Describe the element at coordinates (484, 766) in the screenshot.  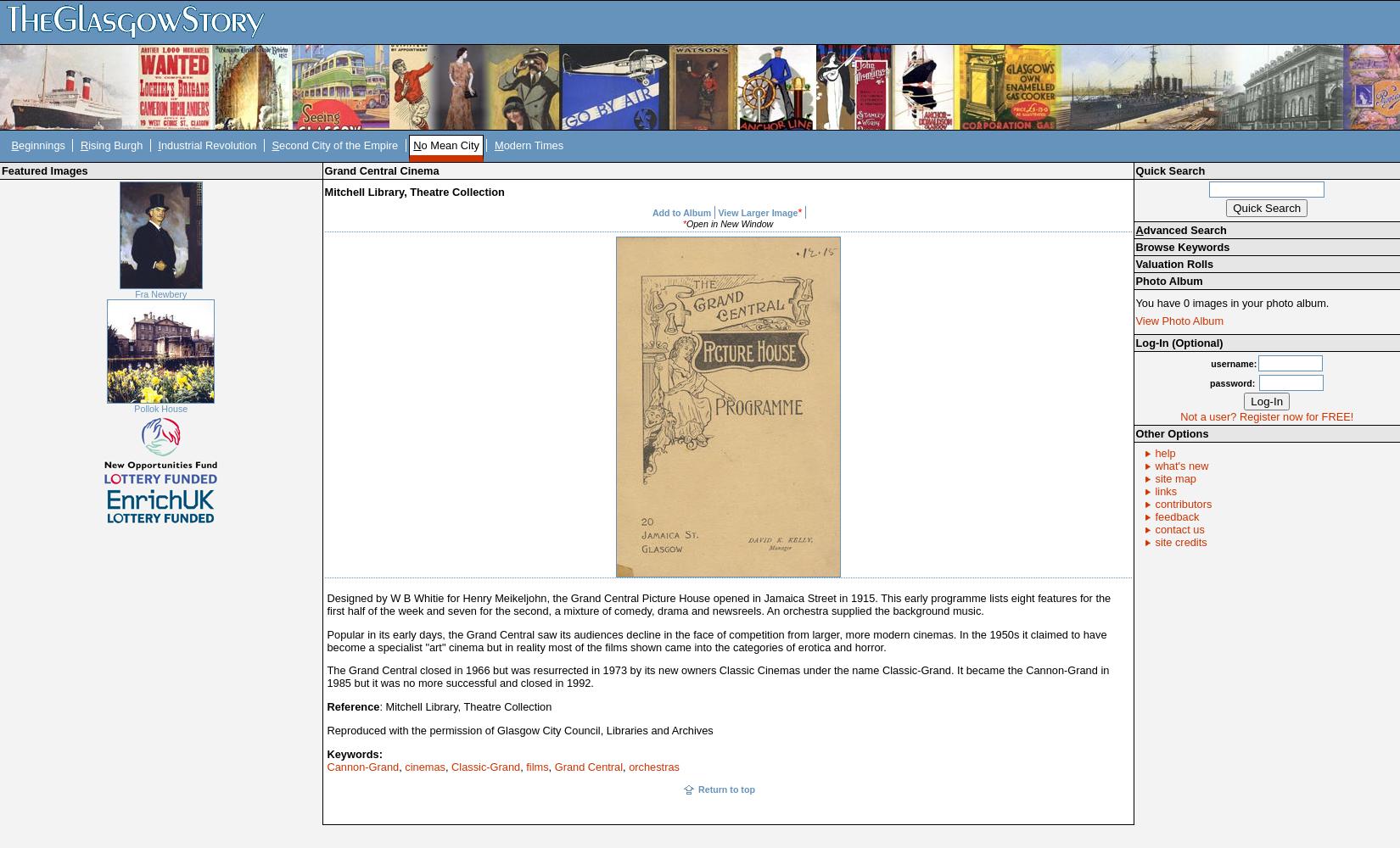
I see `'Classic-Grand'` at that location.